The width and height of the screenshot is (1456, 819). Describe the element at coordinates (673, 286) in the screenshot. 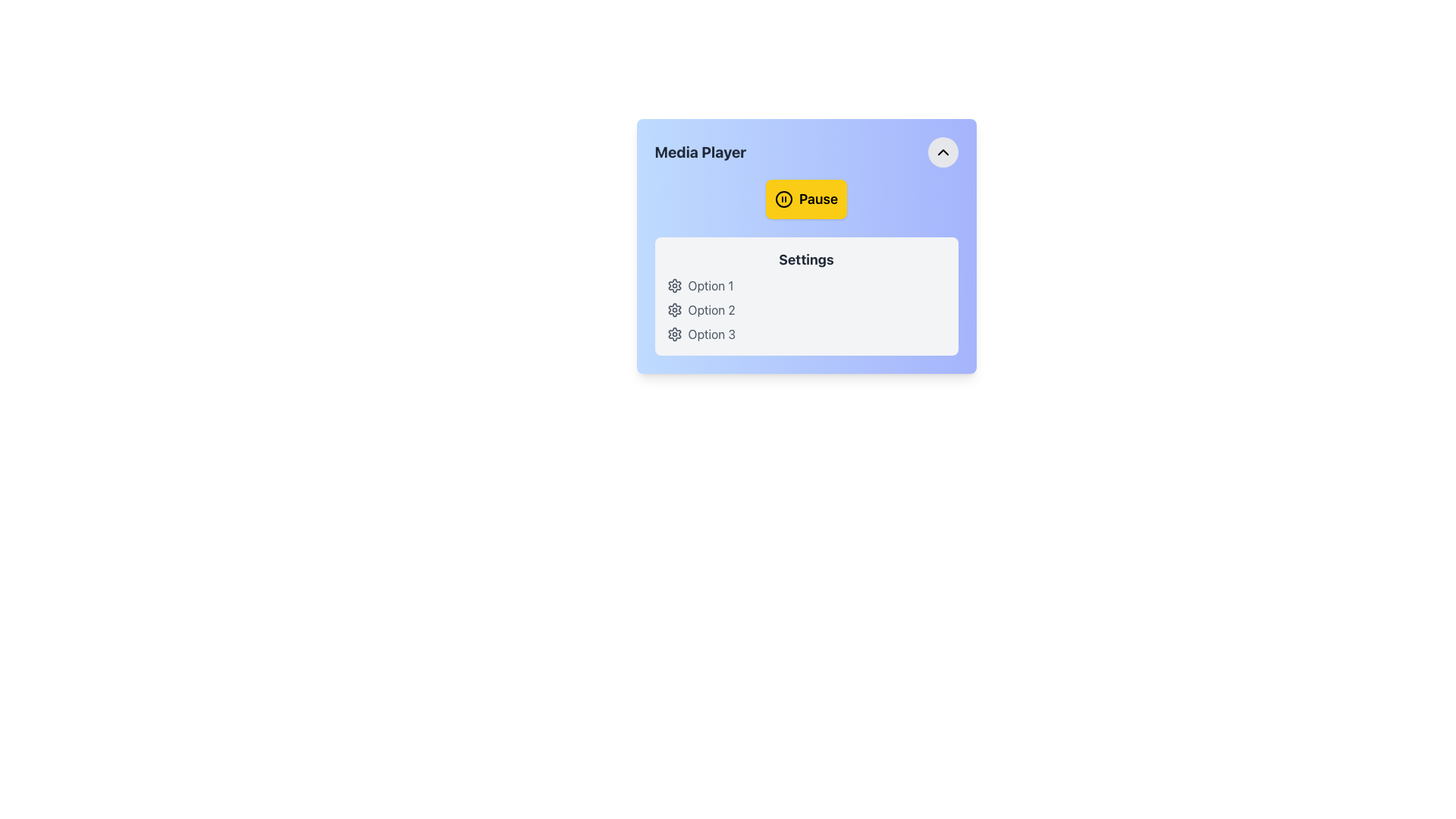

I see `the gear icon located in the top-left corner of the settings list, adjacent to the text 'Option 1'` at that location.